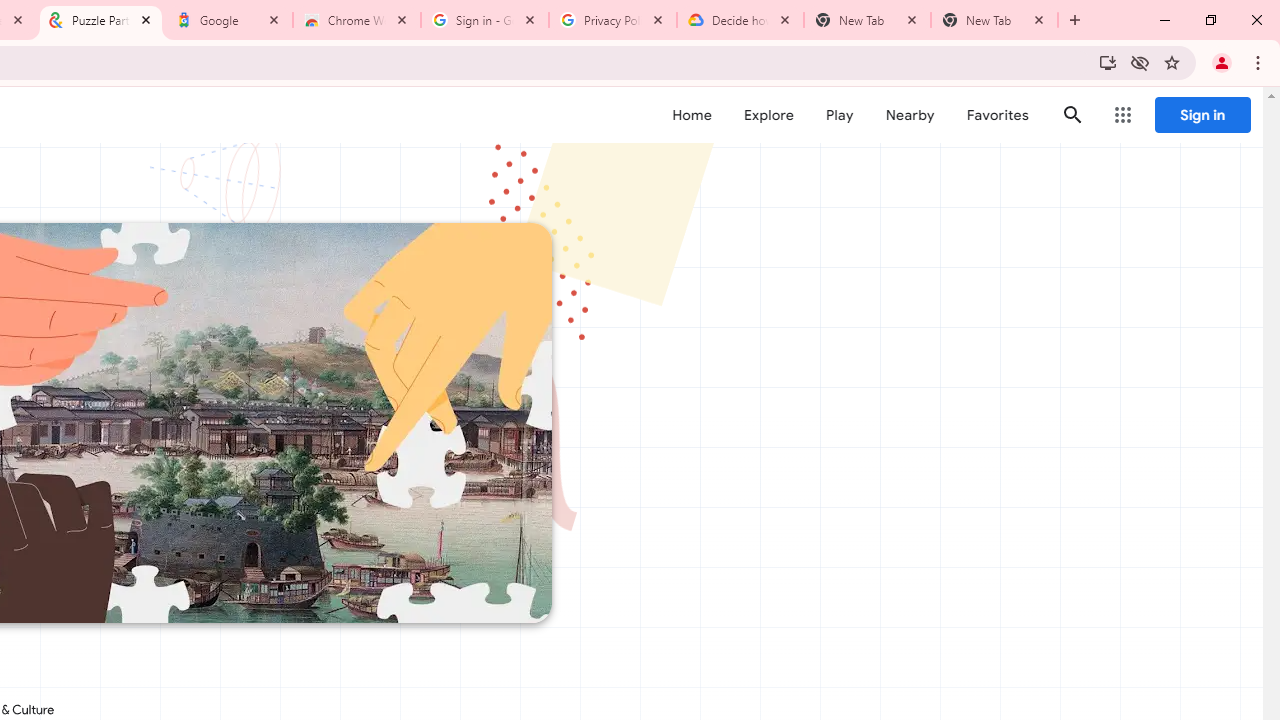 This screenshot has height=720, width=1280. I want to click on 'Nearby', so click(909, 115).